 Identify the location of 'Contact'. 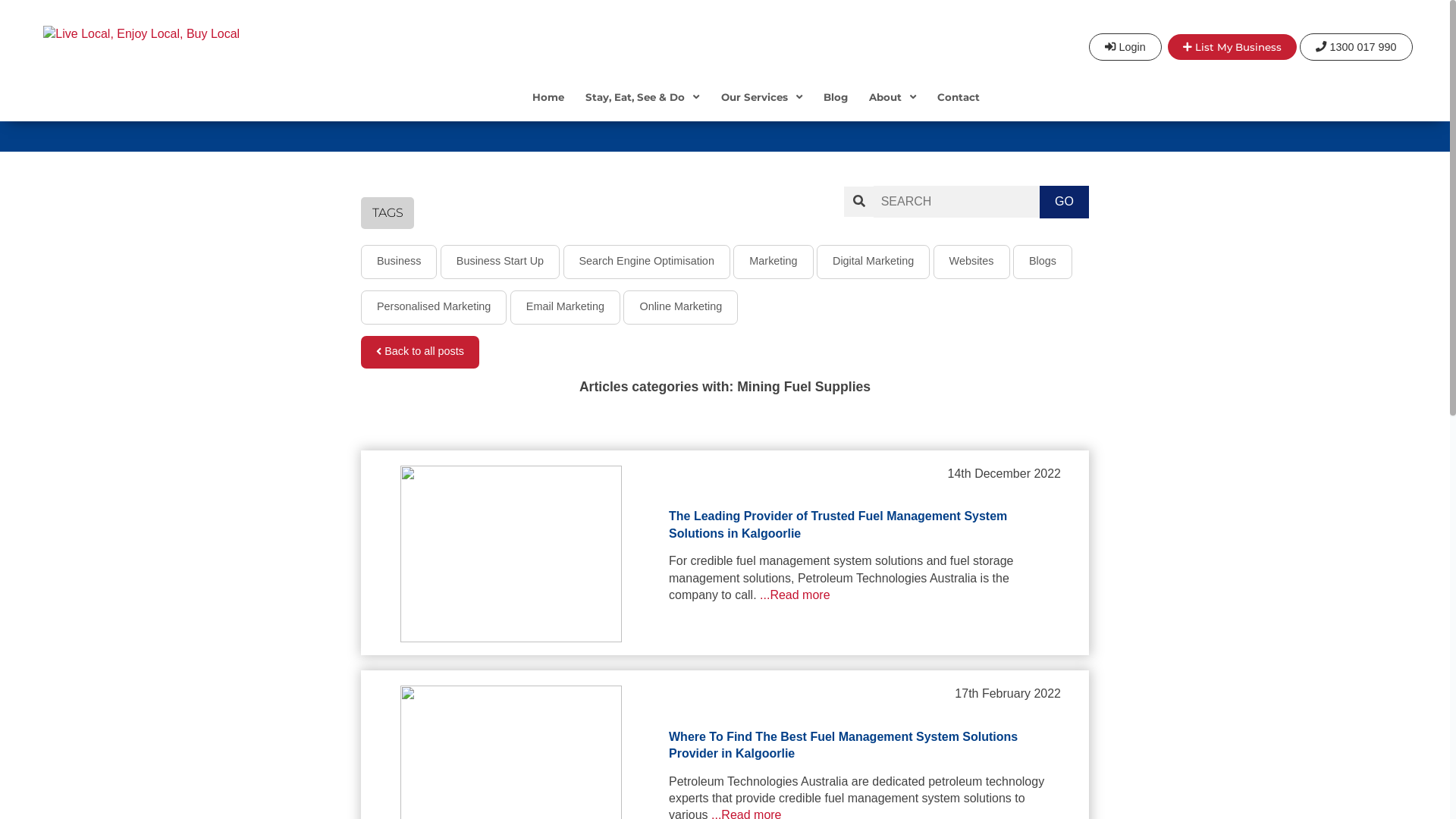
(957, 107).